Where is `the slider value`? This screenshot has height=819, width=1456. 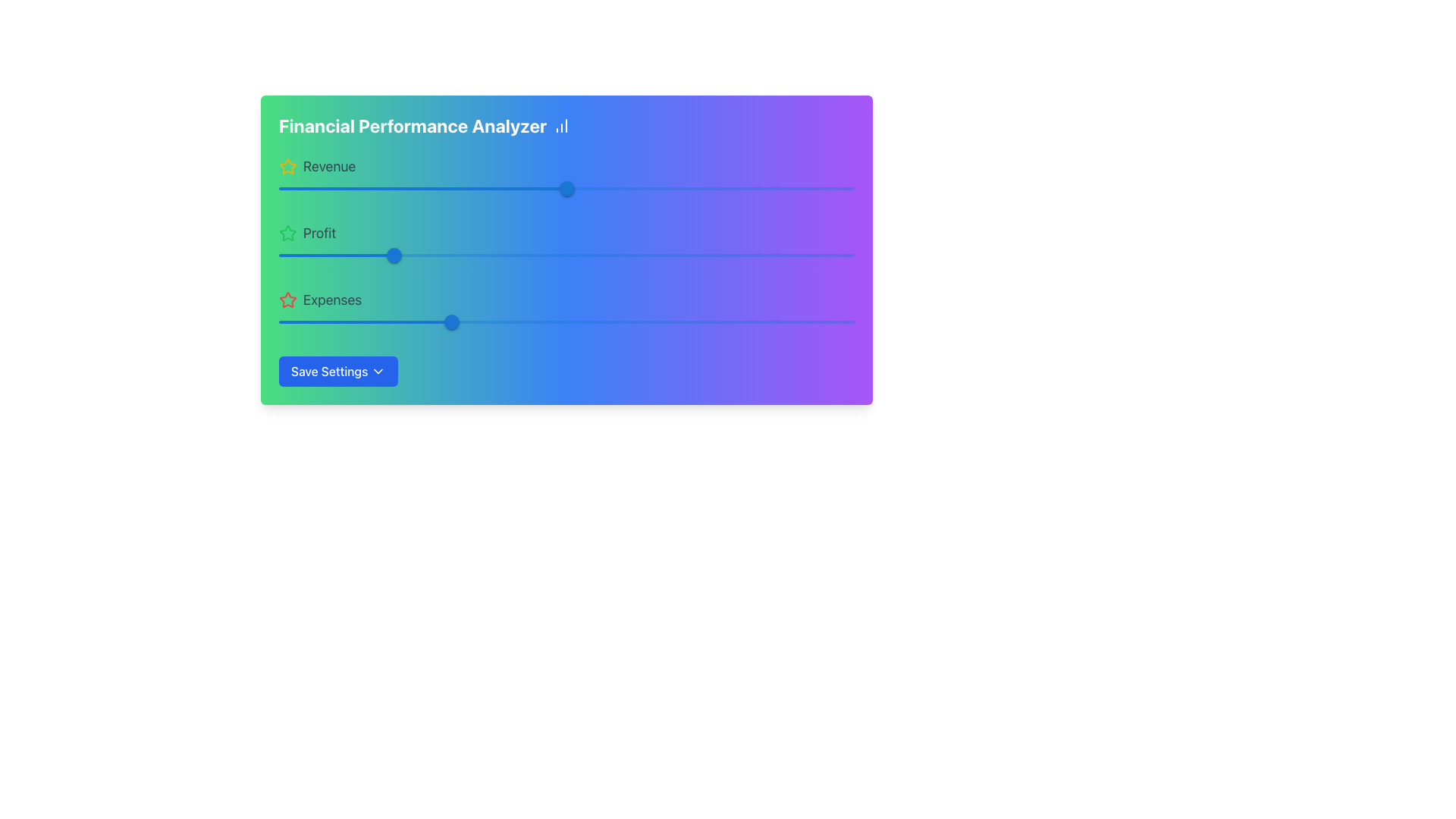
the slider value is located at coordinates (256, 321).